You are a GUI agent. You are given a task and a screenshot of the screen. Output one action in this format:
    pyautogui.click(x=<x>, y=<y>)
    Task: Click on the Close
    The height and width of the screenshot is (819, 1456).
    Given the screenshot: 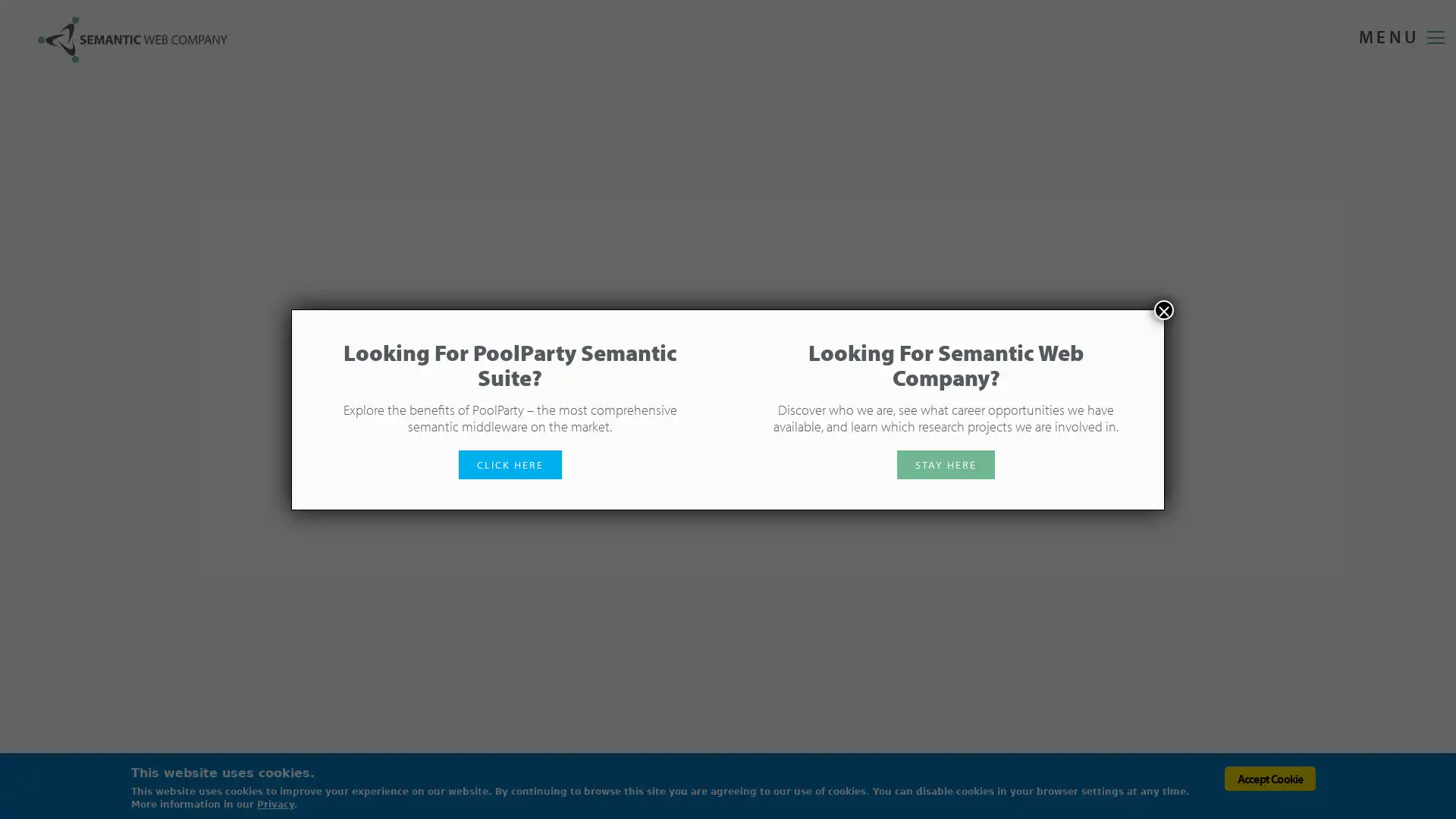 What is the action you would take?
    pyautogui.click(x=1163, y=309)
    